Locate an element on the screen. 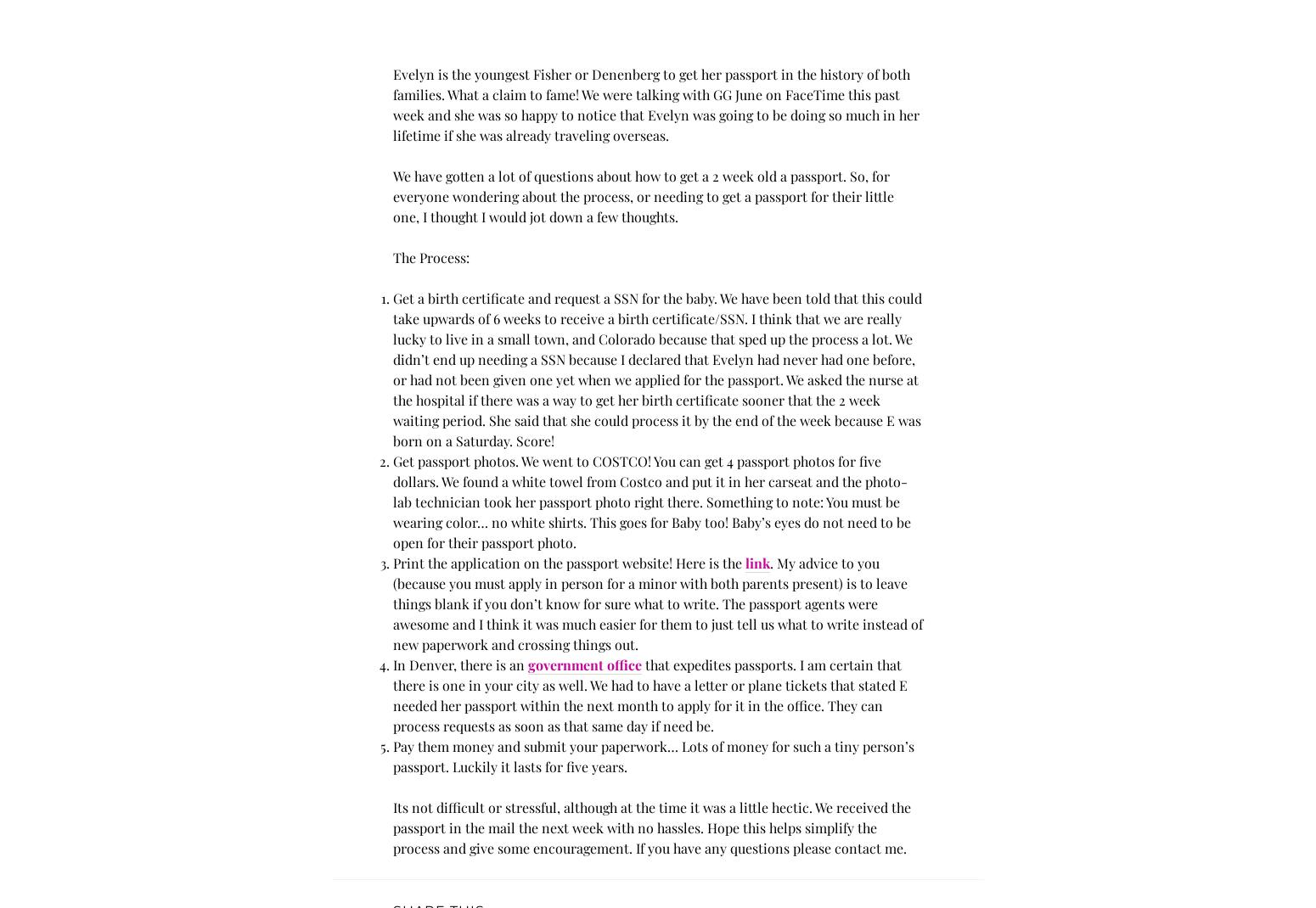 The width and height of the screenshot is (1316, 908). 'Get passport photos. We went to COSTCO! You can get 4 passport photos for five dollars. We found a white towel from Costco and put it in her carseat and the photo-lab technician took her passport photo right there. Something to note: You must be wearing color… no white shirts. This goes for Baby too! Baby’s eyes do not need to be open for their passport photo.' is located at coordinates (652, 501).